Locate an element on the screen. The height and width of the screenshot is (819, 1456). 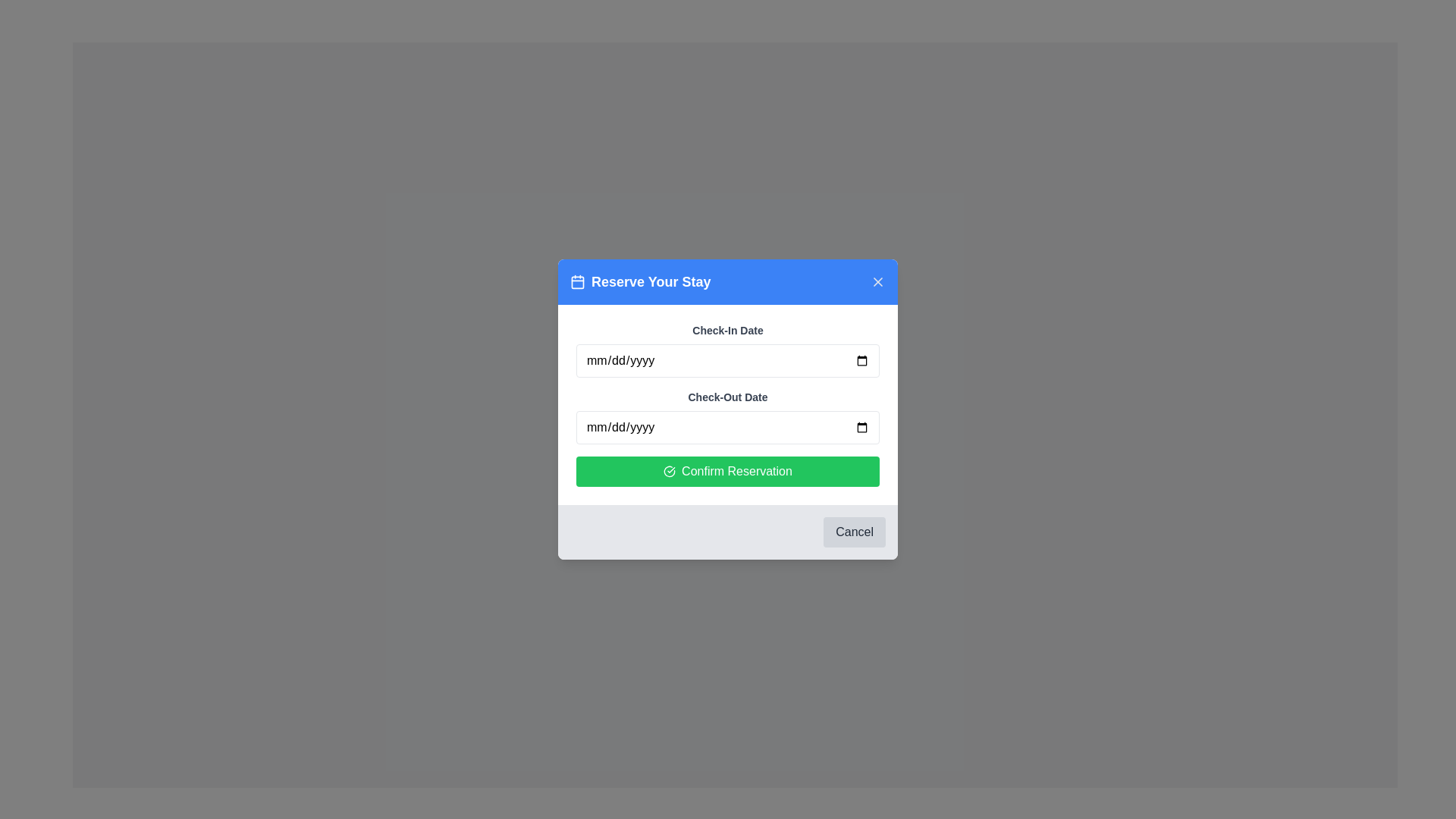
the text label guiding users for the check-in date input in the 'Reserve Your Stay' modal is located at coordinates (728, 329).